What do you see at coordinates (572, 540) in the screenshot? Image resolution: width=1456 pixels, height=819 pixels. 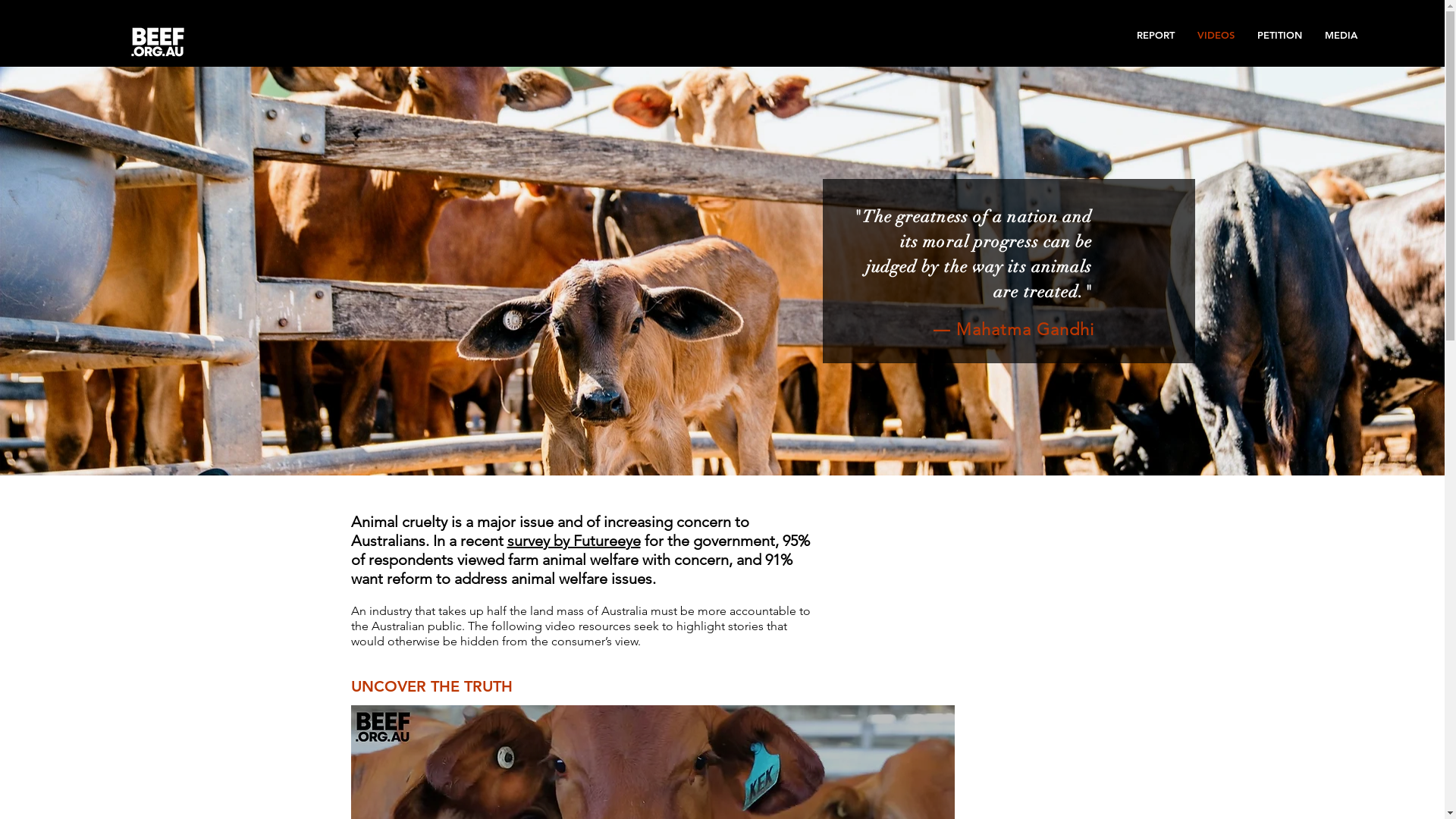 I see `'survey by Futureeye'` at bounding box center [572, 540].